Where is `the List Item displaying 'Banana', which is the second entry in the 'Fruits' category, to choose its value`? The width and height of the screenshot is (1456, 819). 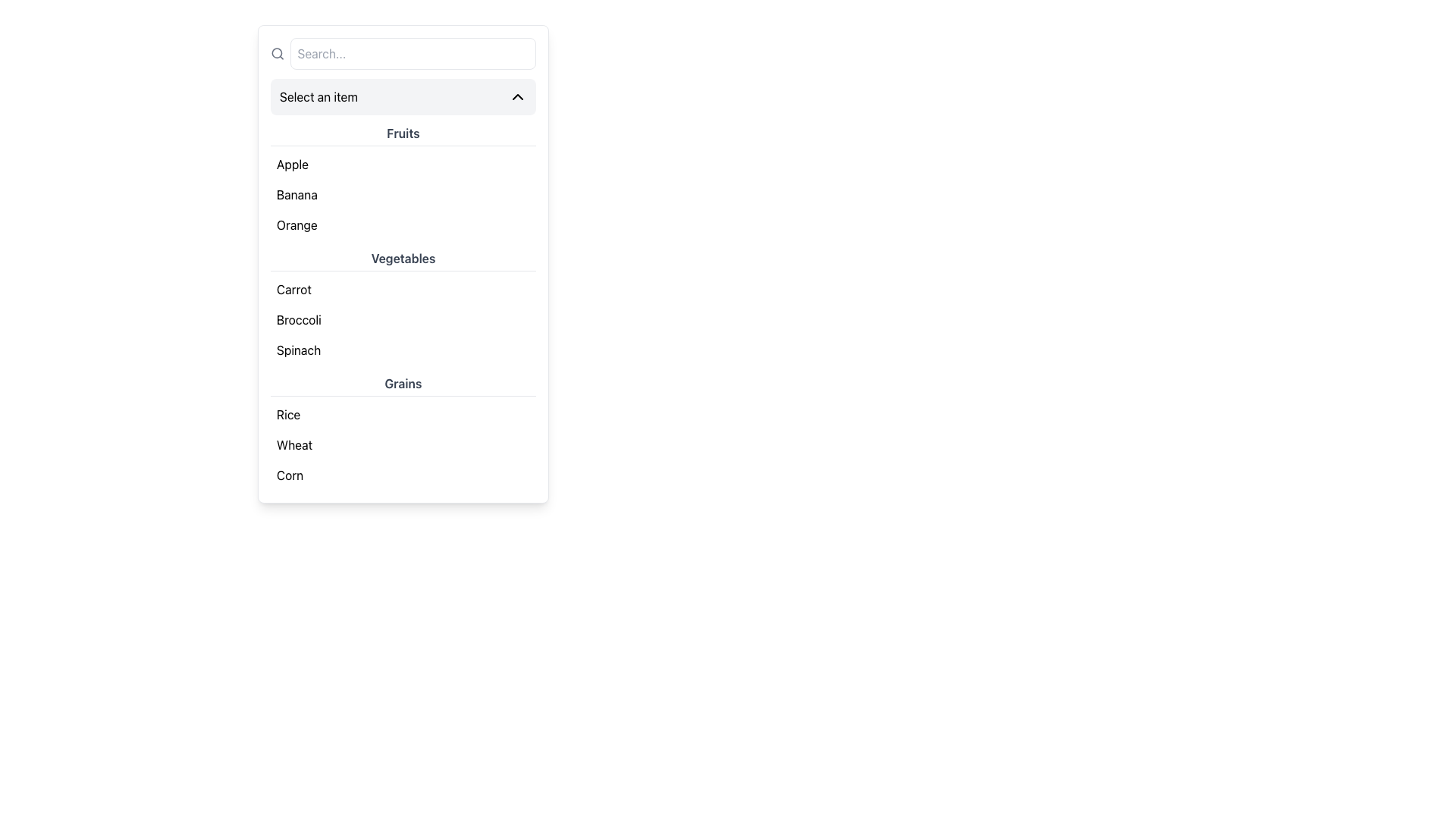 the List Item displaying 'Banana', which is the second entry in the 'Fruits' category, to choose its value is located at coordinates (403, 194).